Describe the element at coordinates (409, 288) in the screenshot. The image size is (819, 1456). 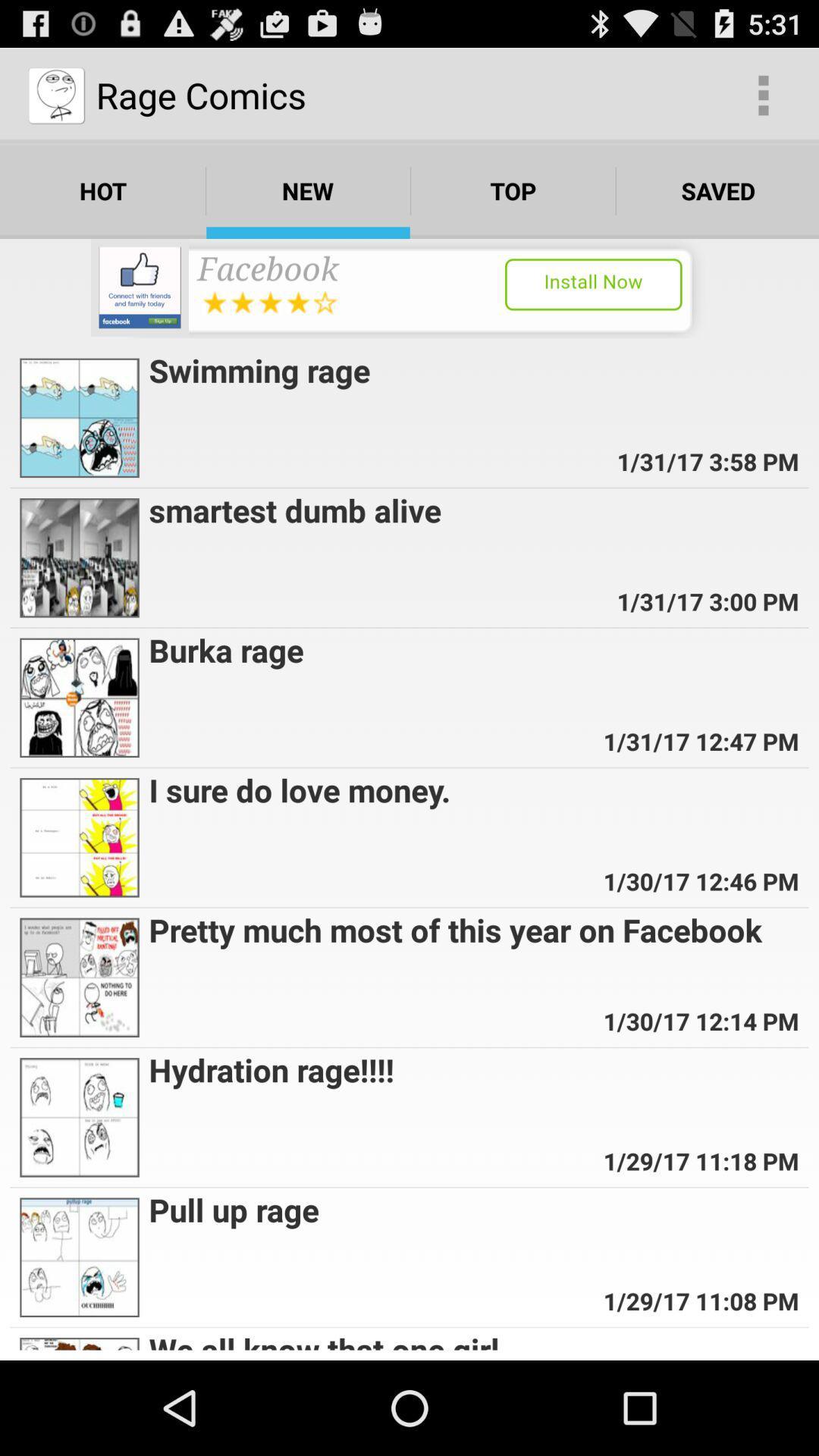
I see `install facebook app` at that location.